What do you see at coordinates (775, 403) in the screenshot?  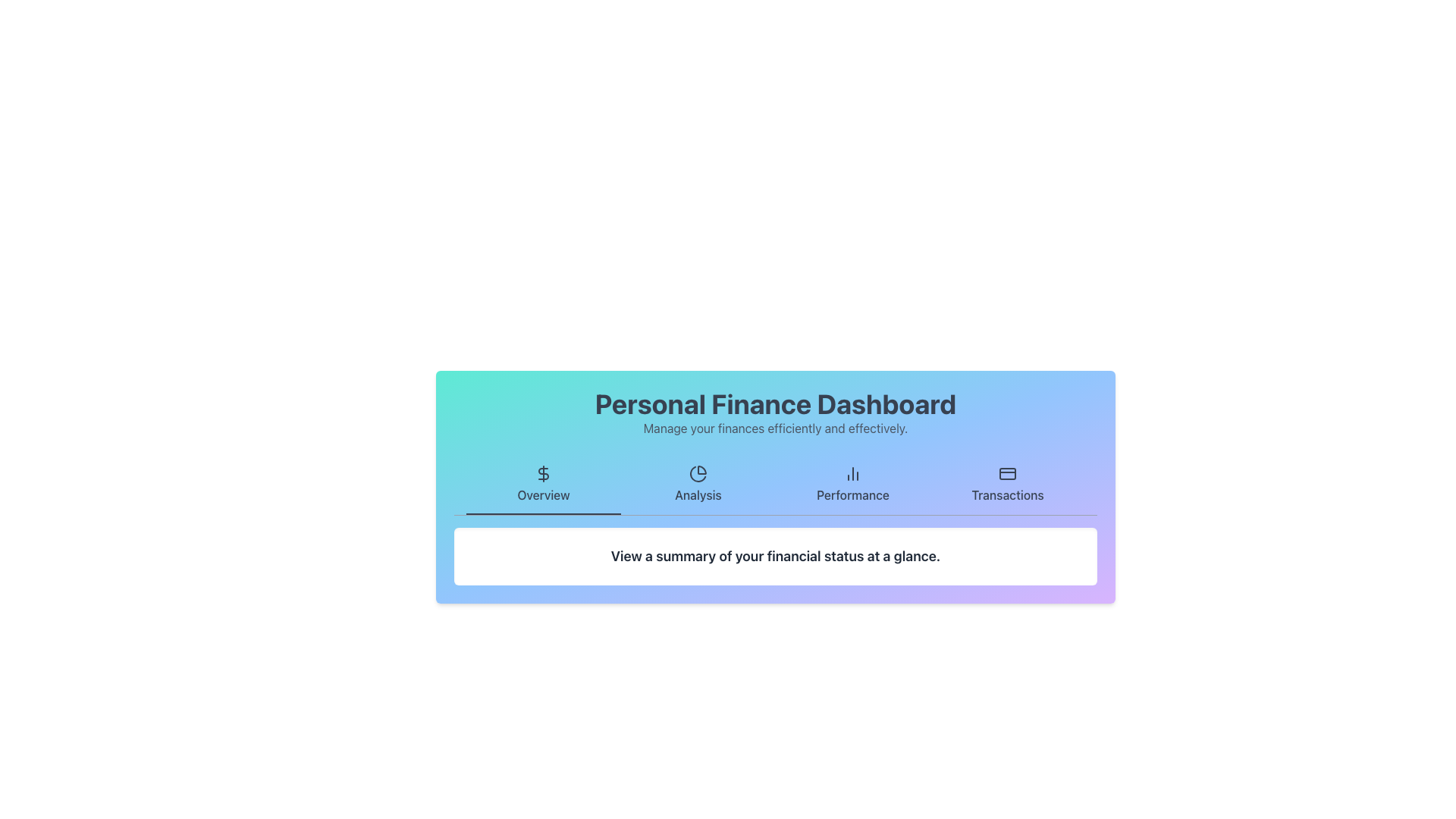 I see `text displayed in the 'Personal Finance Dashboard' header, which is prominently styled in large, bold gray font and positioned above the navigation bar` at bounding box center [775, 403].